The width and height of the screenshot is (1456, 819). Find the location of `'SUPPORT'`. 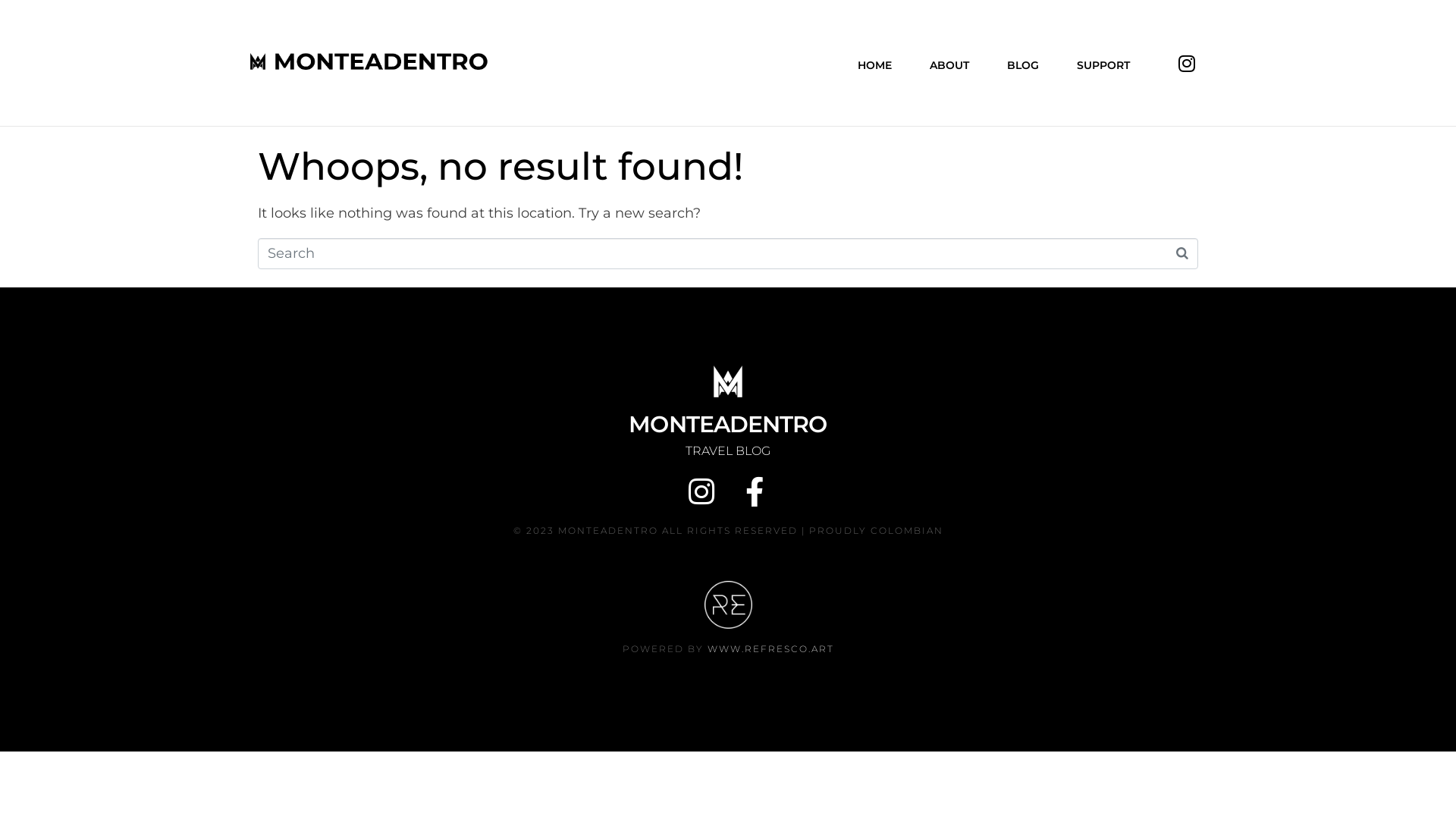

'SUPPORT' is located at coordinates (1103, 62).